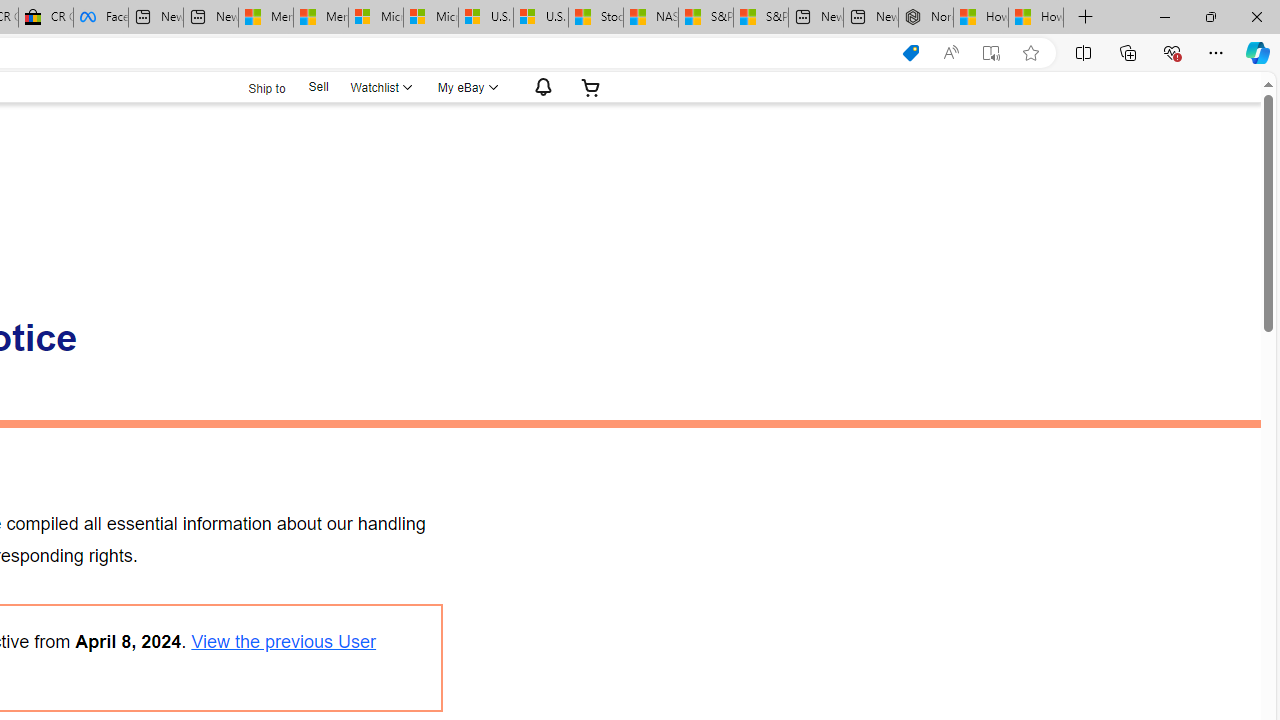 The image size is (1280, 720). Describe the element at coordinates (590, 86) in the screenshot. I see `'Your shopping cart'` at that location.